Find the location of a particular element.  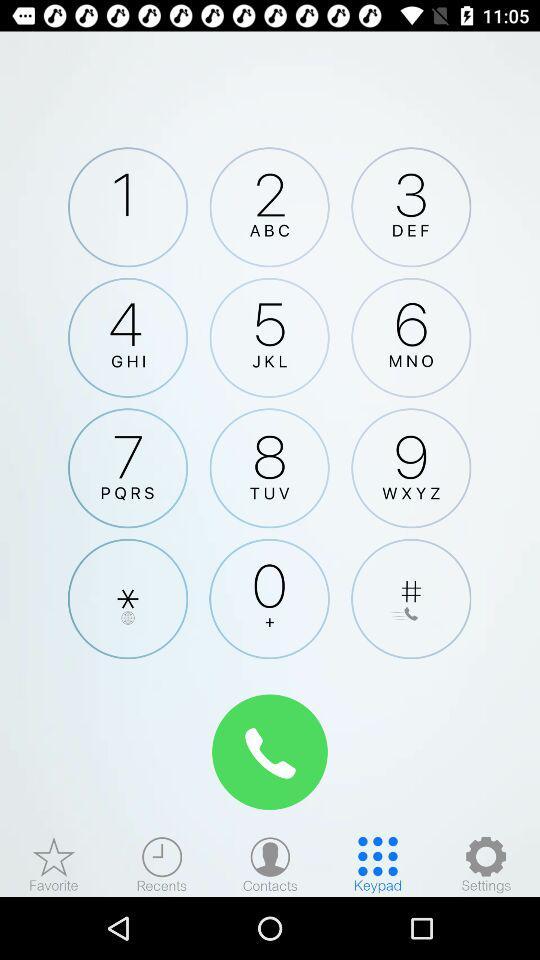

7 is located at coordinates (128, 468).